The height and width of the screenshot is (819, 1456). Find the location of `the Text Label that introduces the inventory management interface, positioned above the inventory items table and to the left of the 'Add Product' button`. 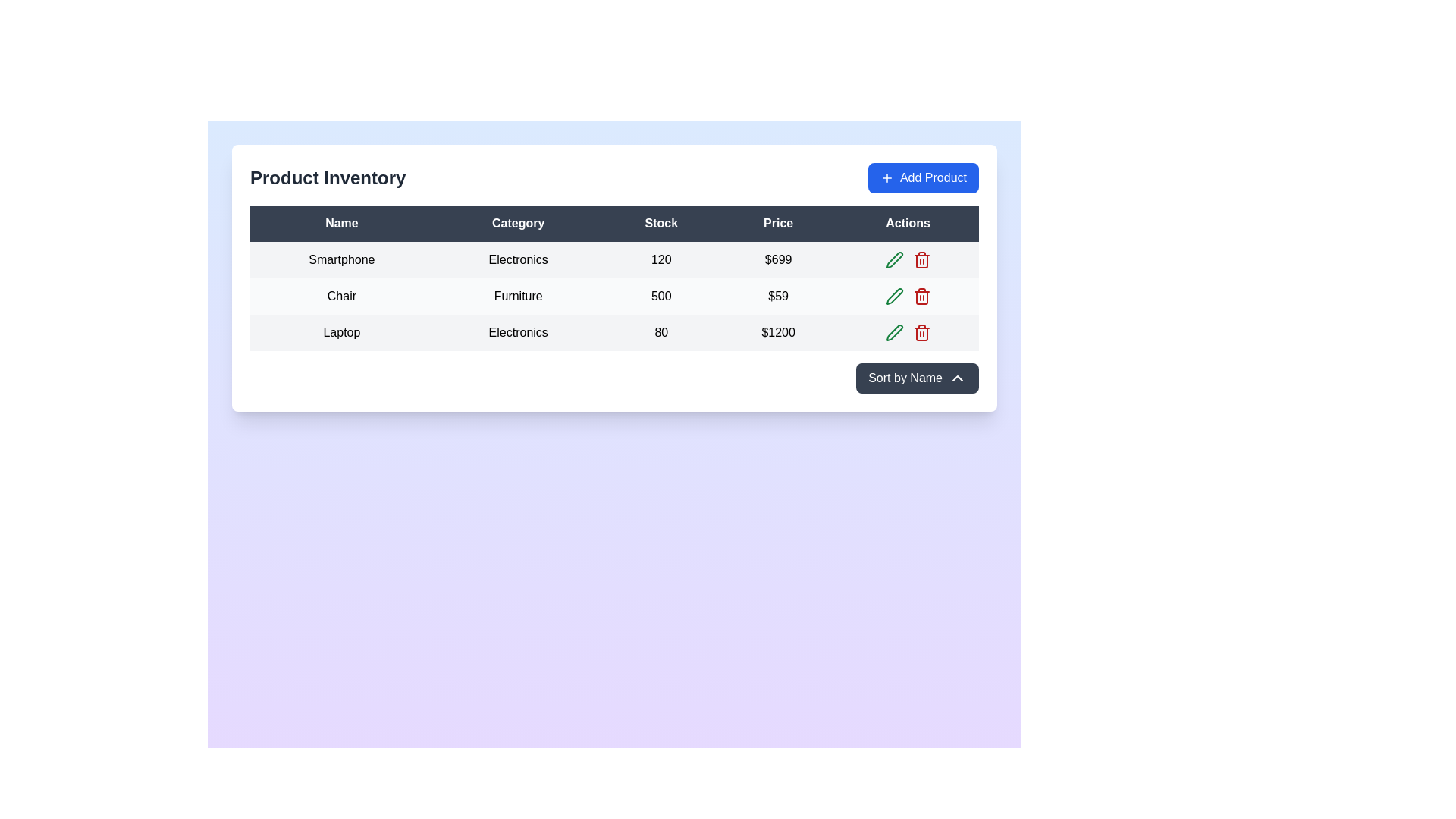

the Text Label that introduces the inventory management interface, positioned above the inventory items table and to the left of the 'Add Product' button is located at coordinates (327, 177).